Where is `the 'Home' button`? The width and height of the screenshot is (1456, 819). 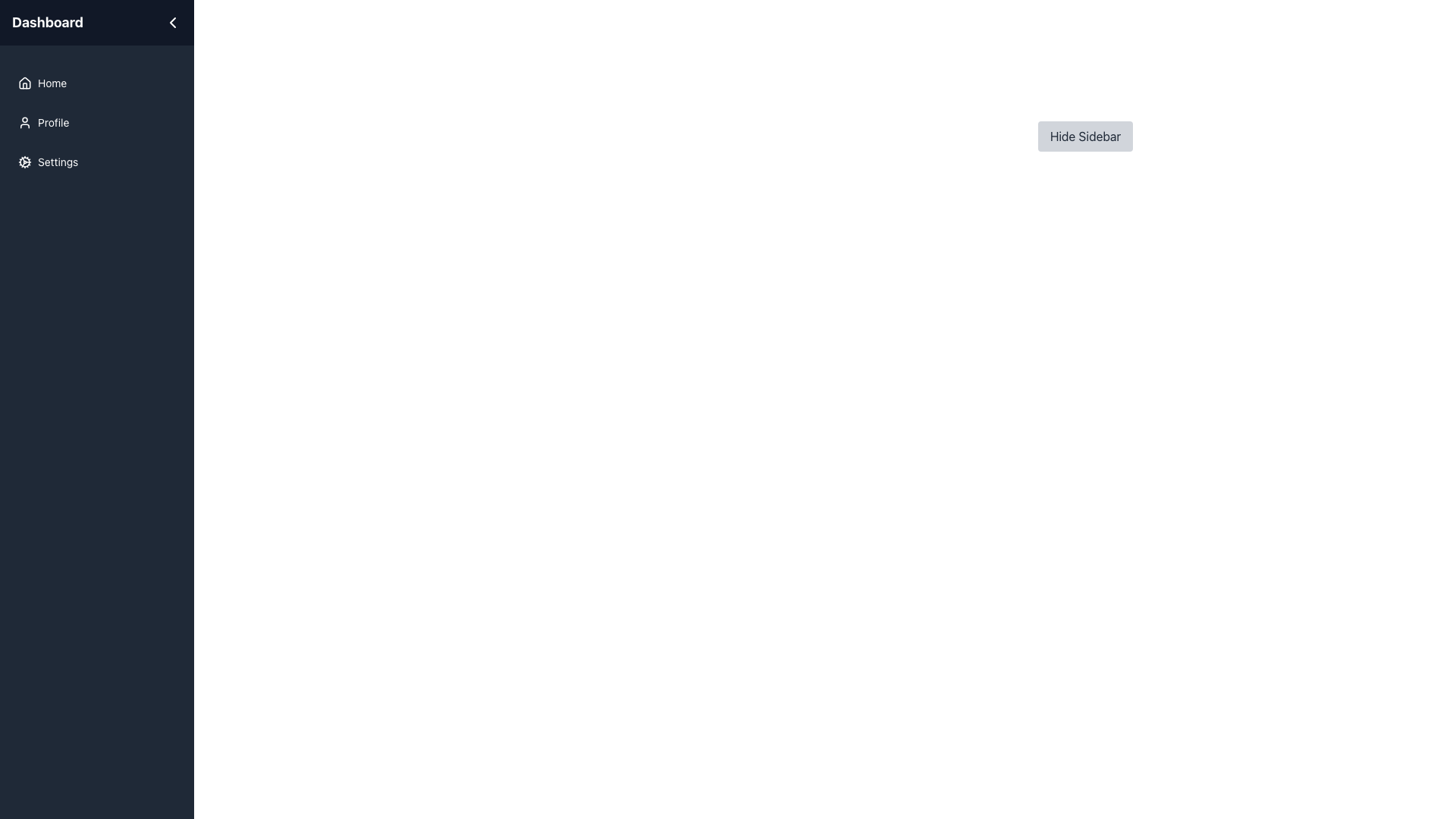
the 'Home' button is located at coordinates (96, 83).